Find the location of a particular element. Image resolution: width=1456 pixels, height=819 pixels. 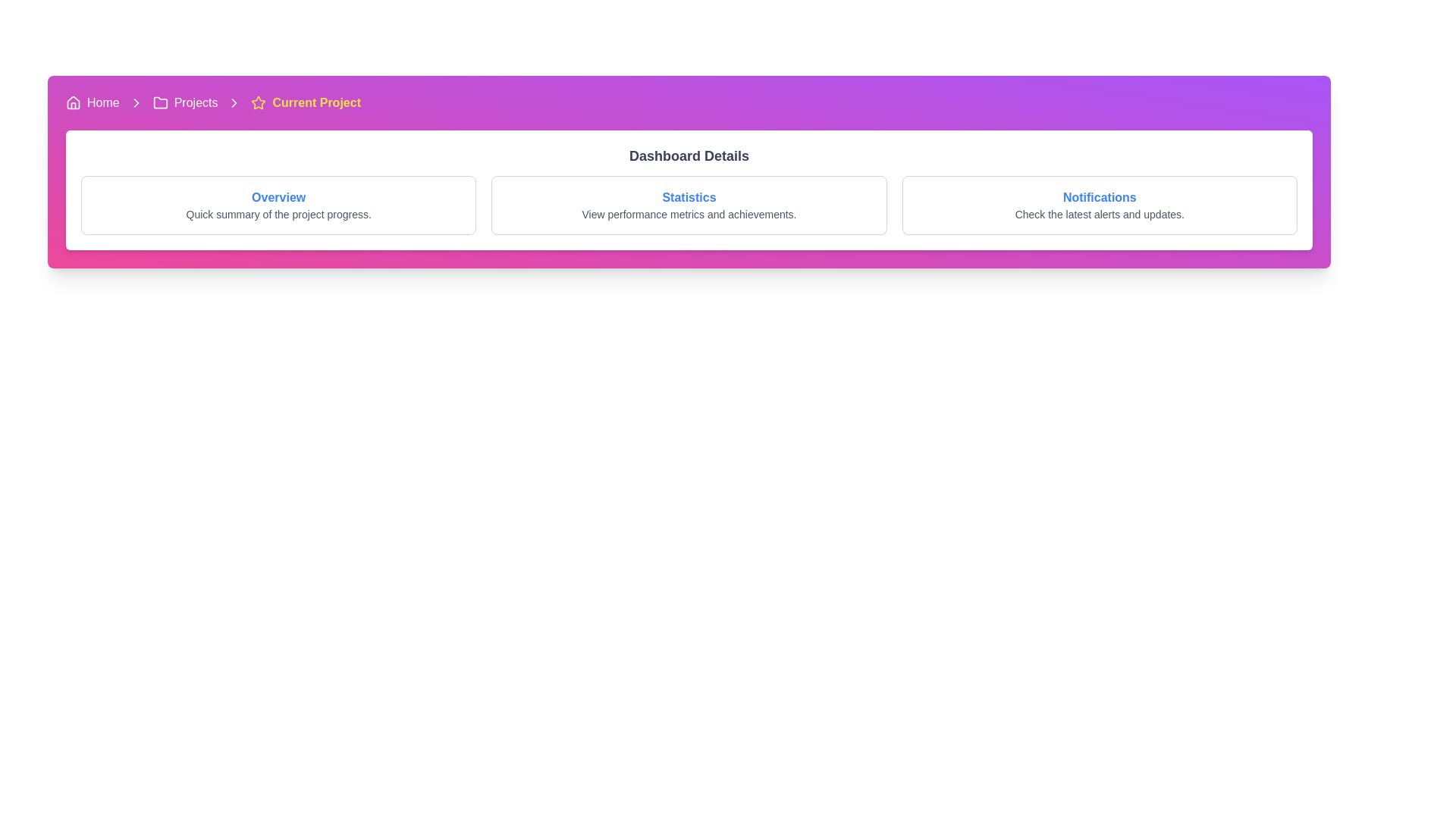

title label located at the center of the second section, which is flanked by 'Overview' and 'Notifications', to understand the section's purpose is located at coordinates (688, 197).